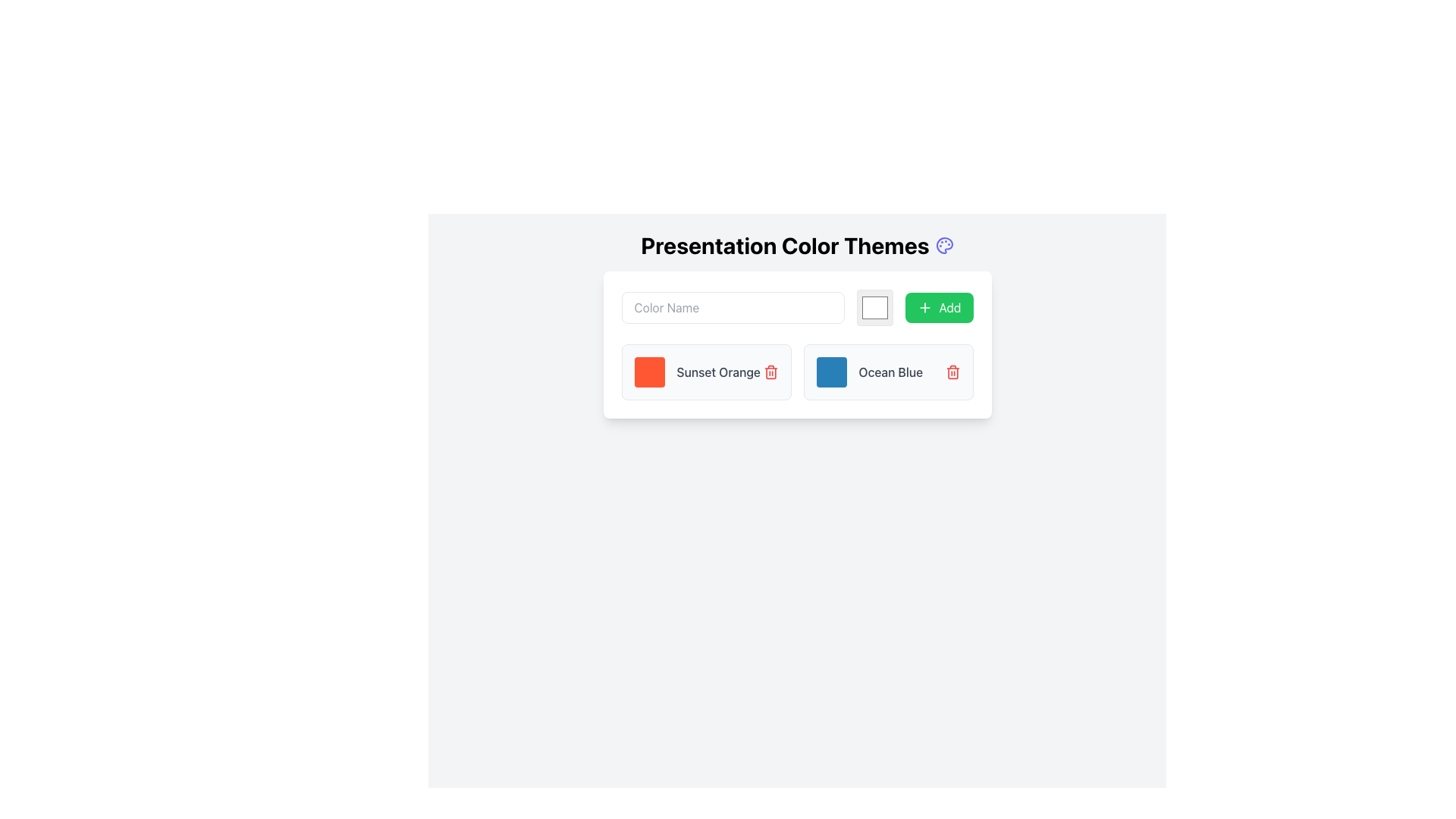 The height and width of the screenshot is (819, 1456). I want to click on the '+' icon within the green 'Add' button located in the upper-right section of the 'Presentation Color Themes' panel, so click(924, 307).